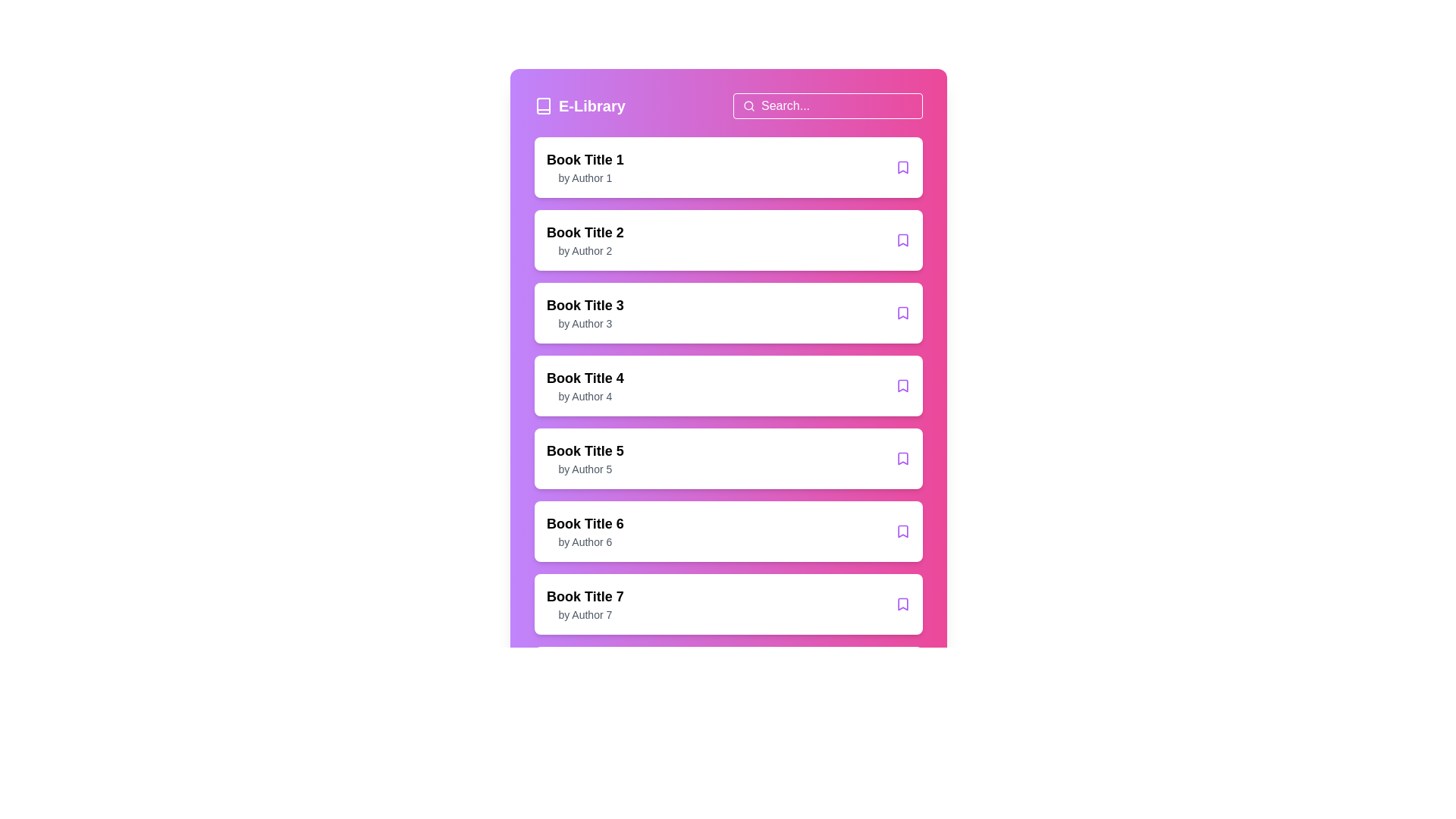 The width and height of the screenshot is (1456, 819). I want to click on the bookmarking icon associated with 'Book Title 6 by Author 6', so click(902, 531).